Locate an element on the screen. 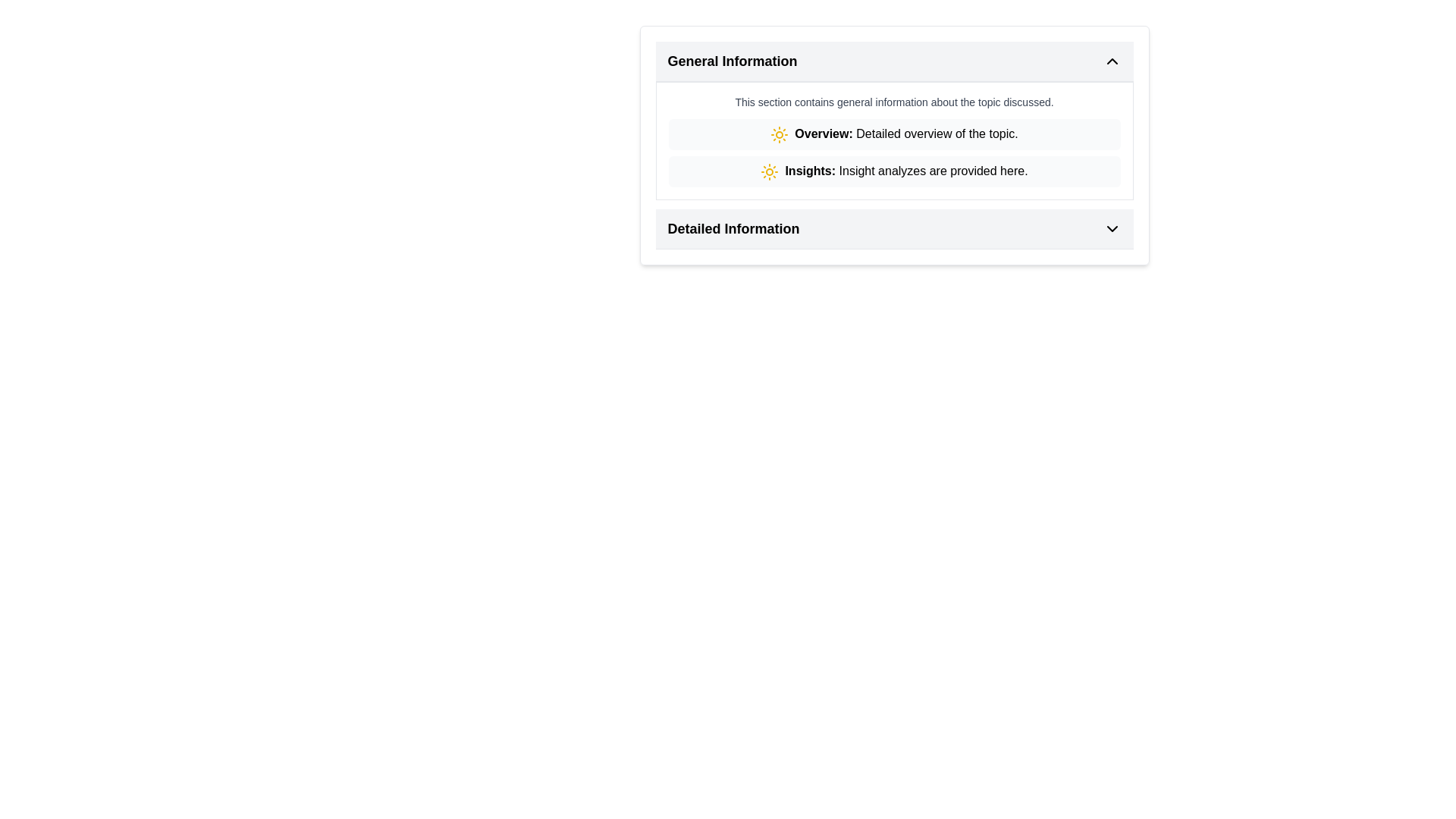  the up-pointing chevron icon located in the upper-right corner of the 'General Information' section is located at coordinates (1112, 61).